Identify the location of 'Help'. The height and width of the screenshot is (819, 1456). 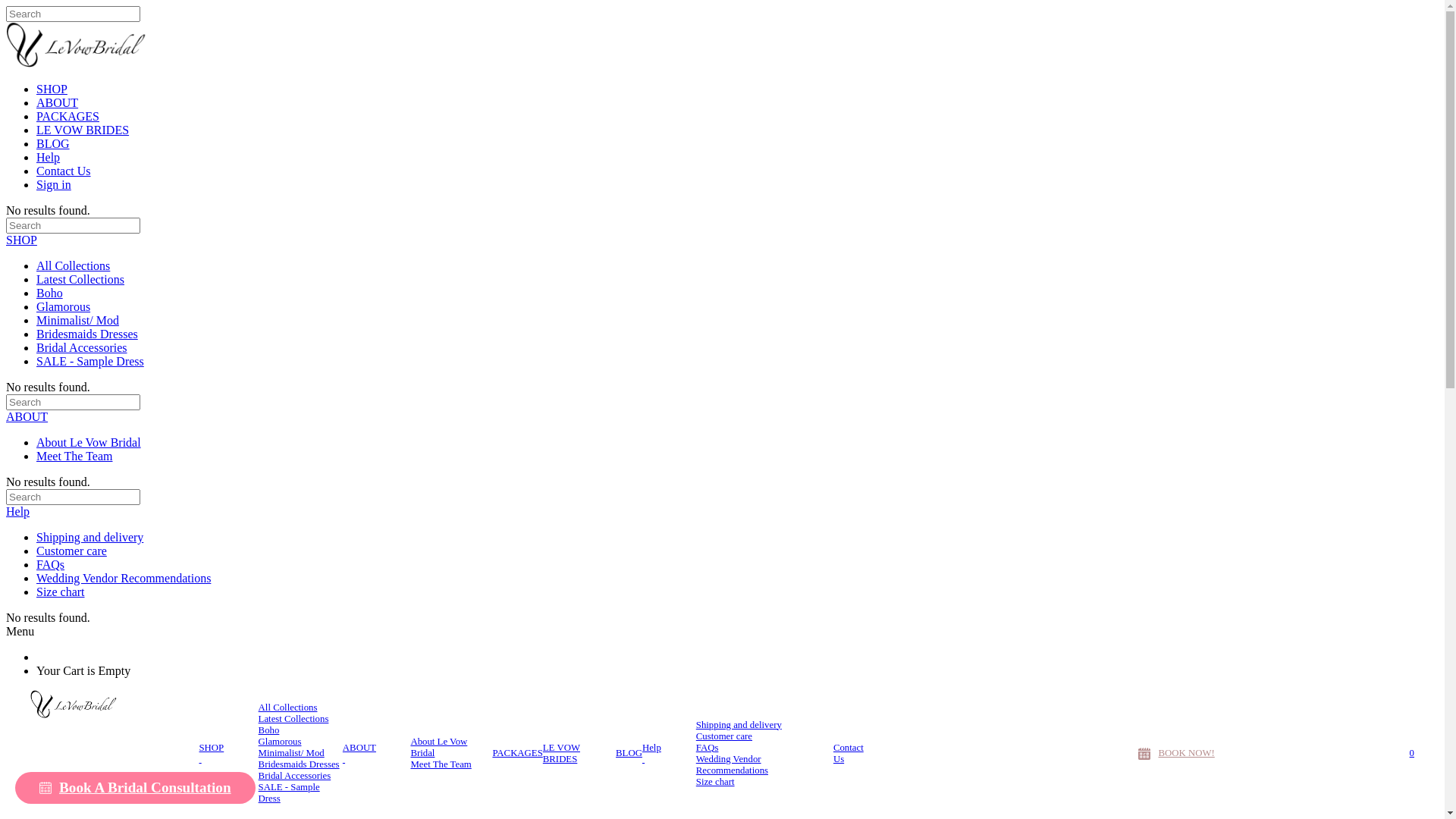
(17, 511).